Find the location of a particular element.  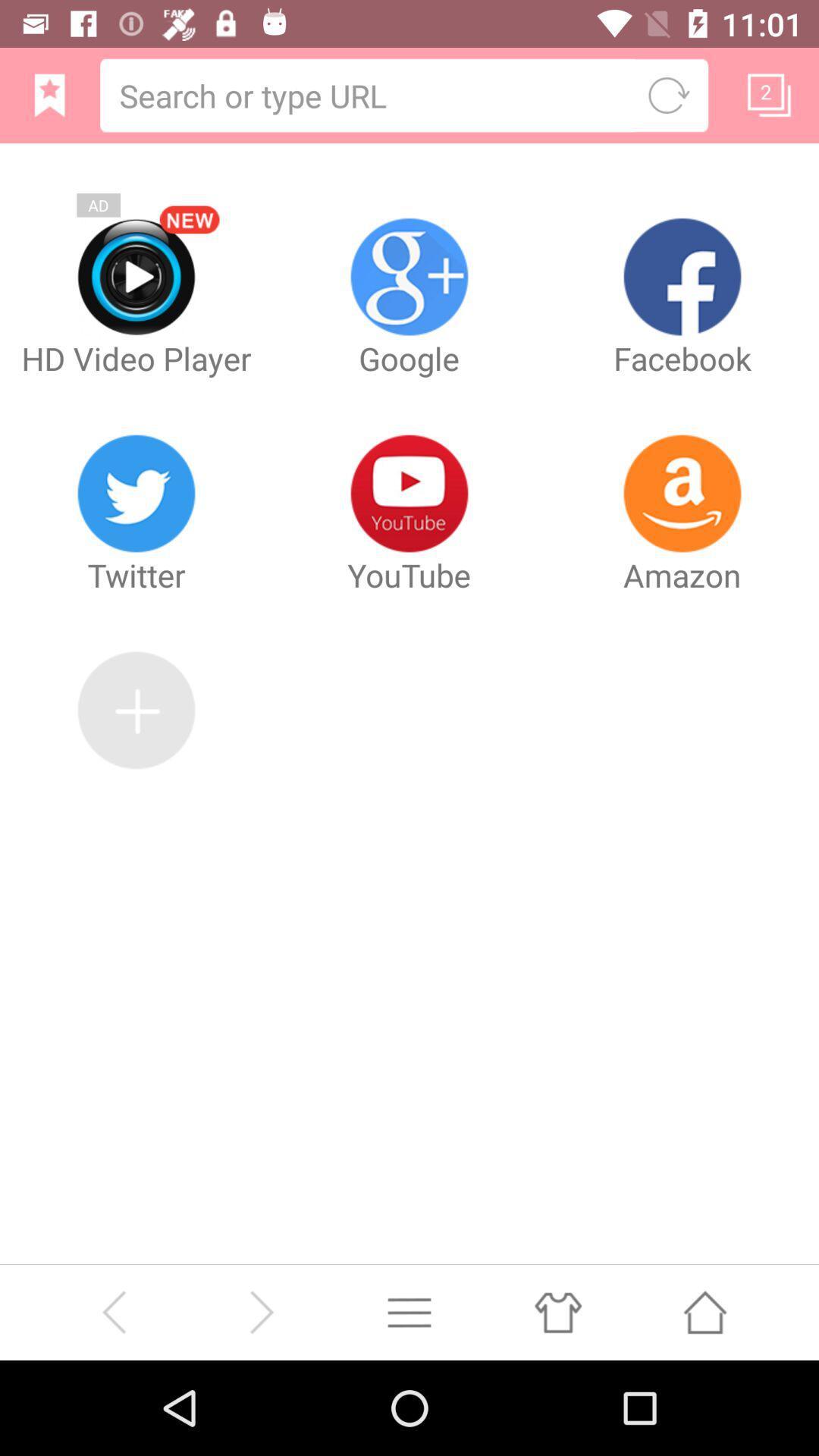

next is located at coordinates (260, 1311).